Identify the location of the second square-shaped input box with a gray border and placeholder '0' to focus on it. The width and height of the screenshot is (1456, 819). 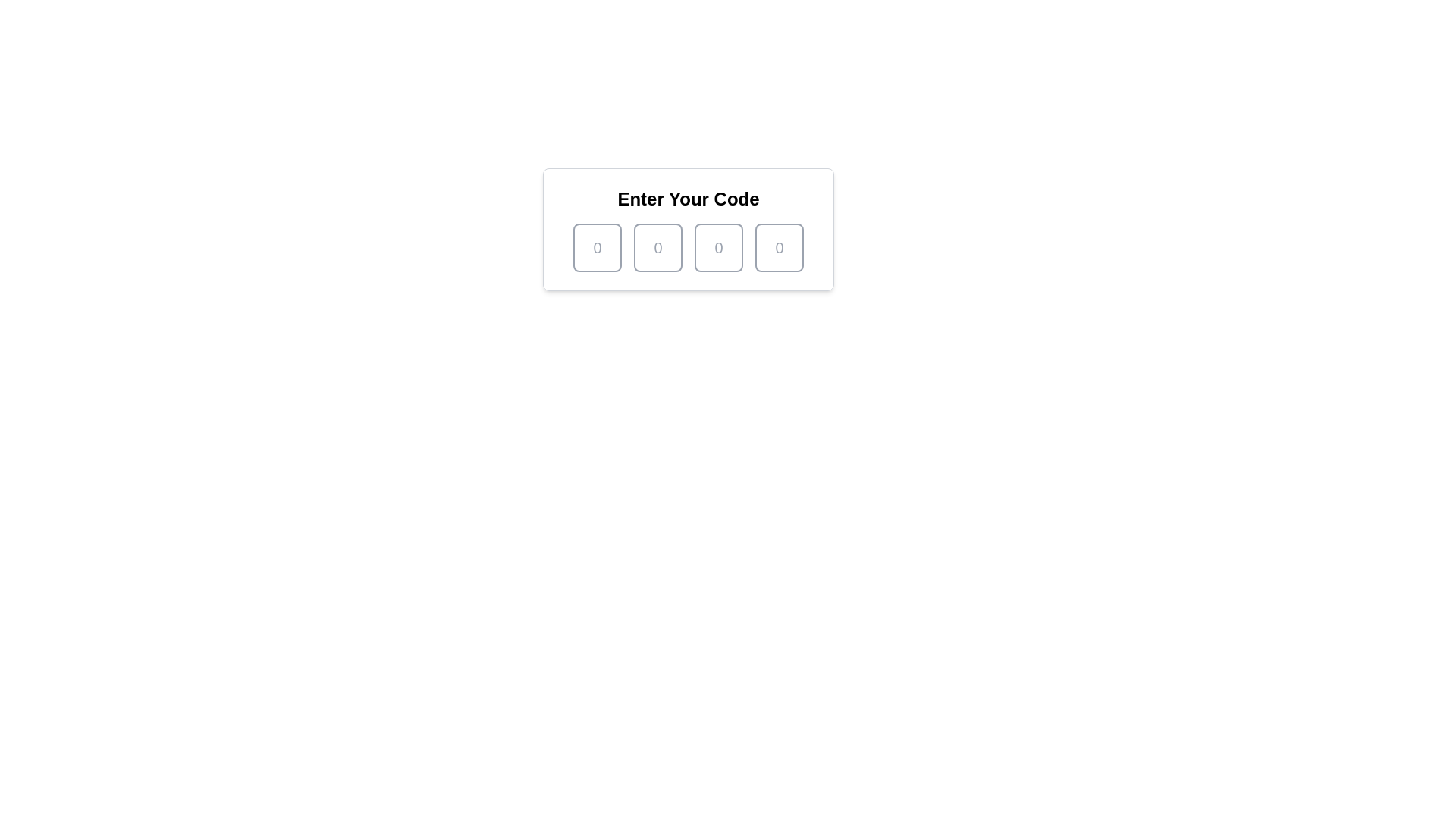
(658, 247).